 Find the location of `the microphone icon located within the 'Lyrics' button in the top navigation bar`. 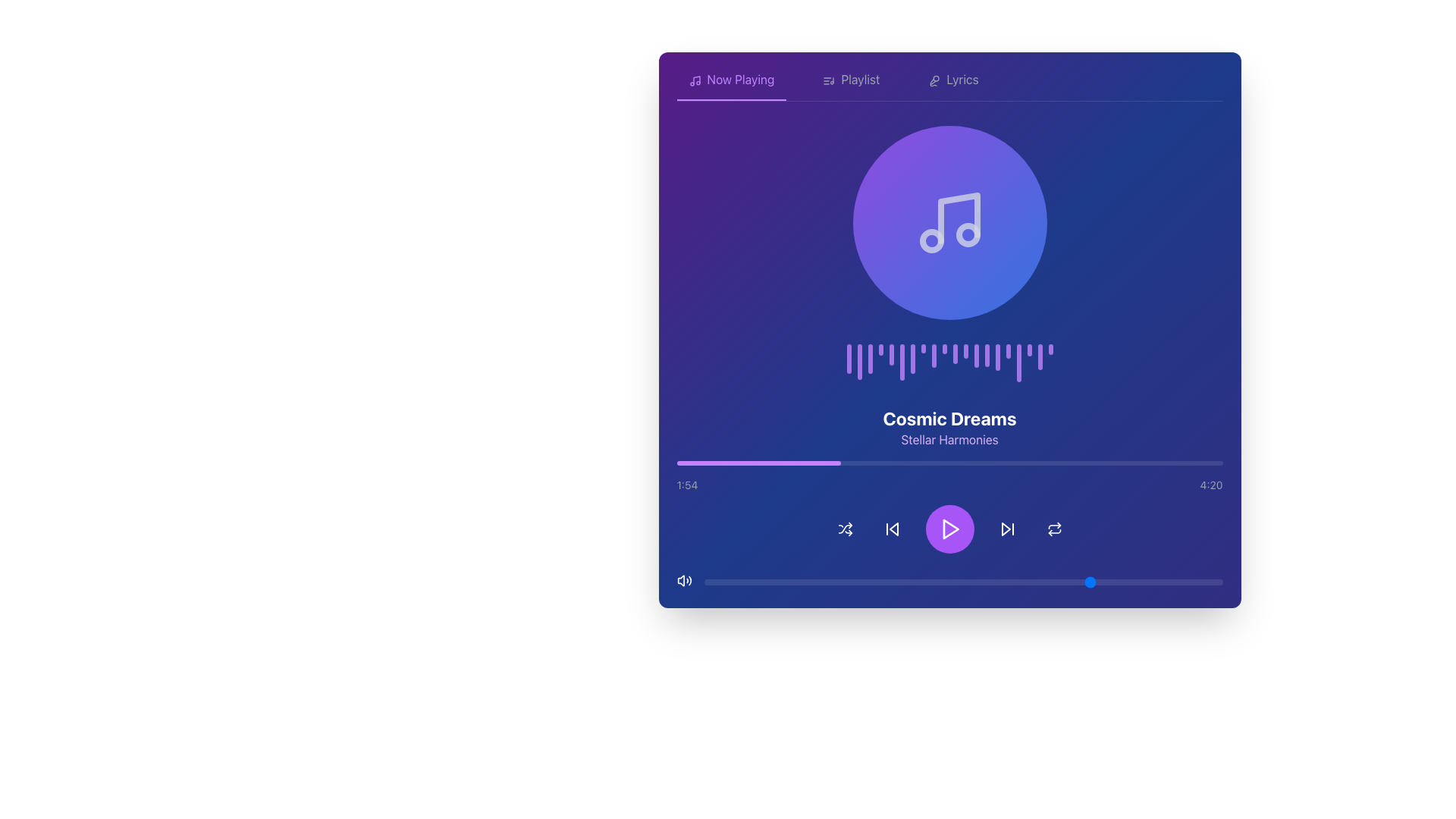

the microphone icon located within the 'Lyrics' button in the top navigation bar is located at coordinates (934, 80).